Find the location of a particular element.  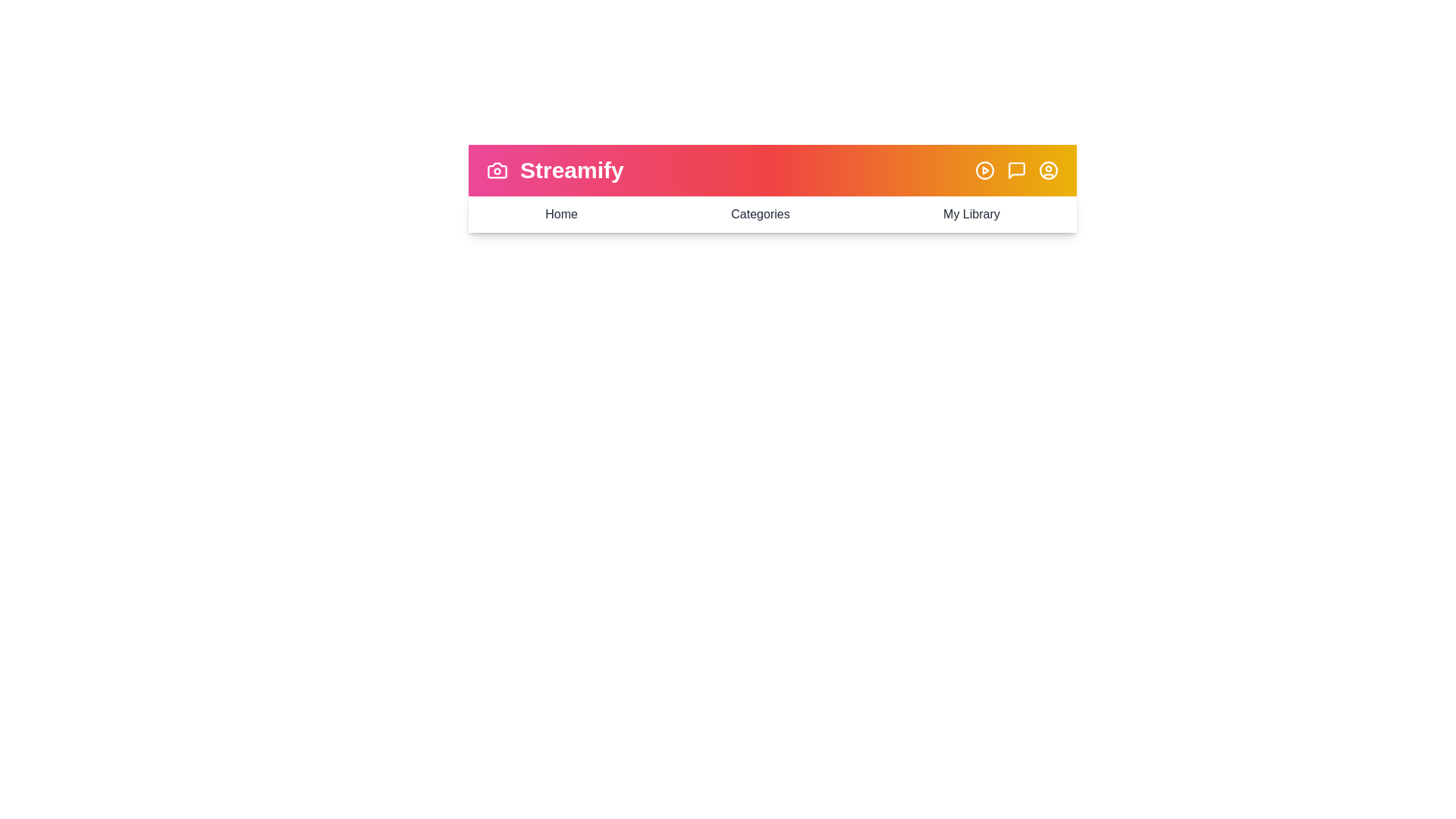

the 'Streamify' title in the app bar is located at coordinates (570, 170).